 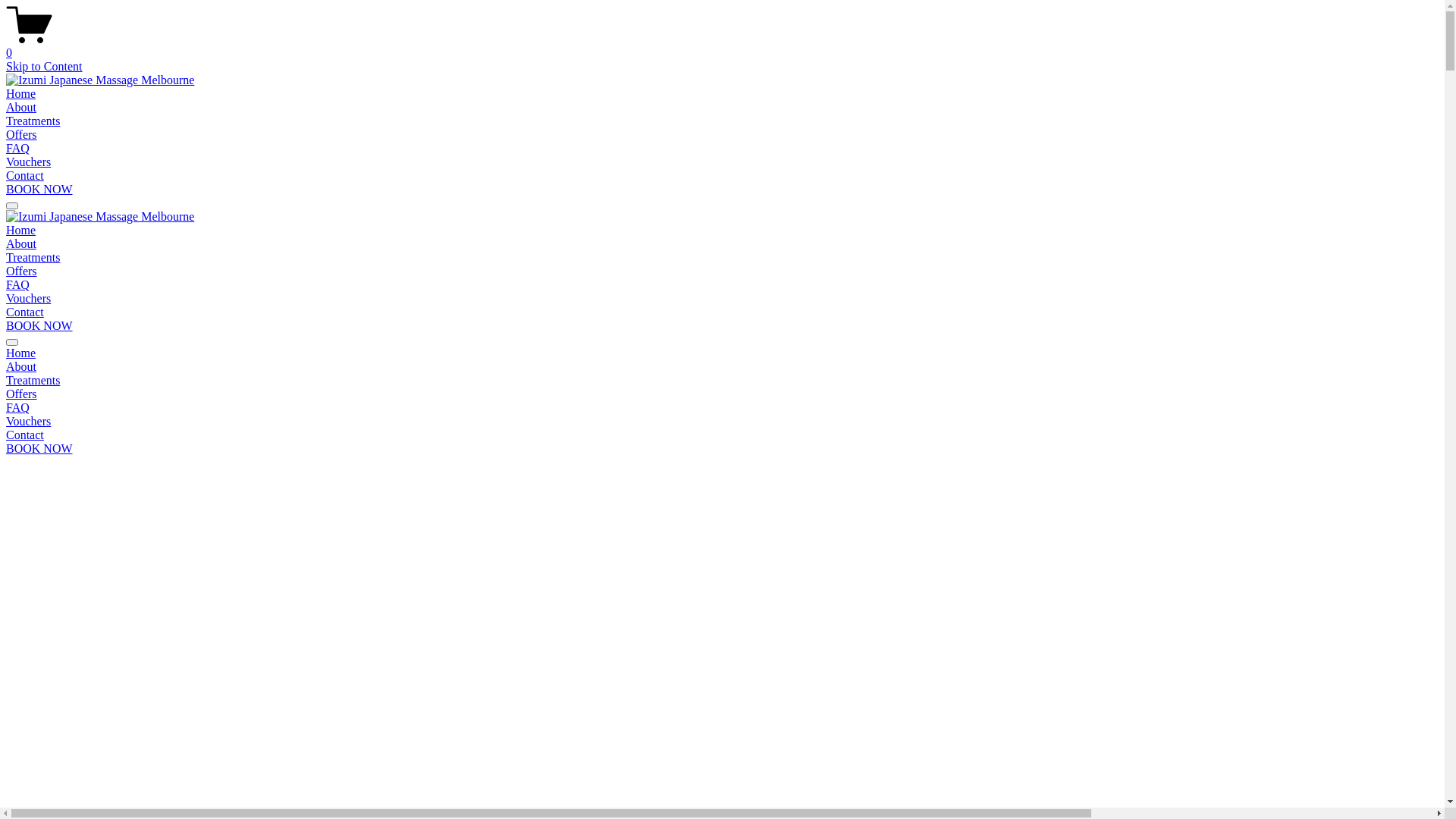 What do you see at coordinates (43, 65) in the screenshot?
I see `'Skip to Content'` at bounding box center [43, 65].